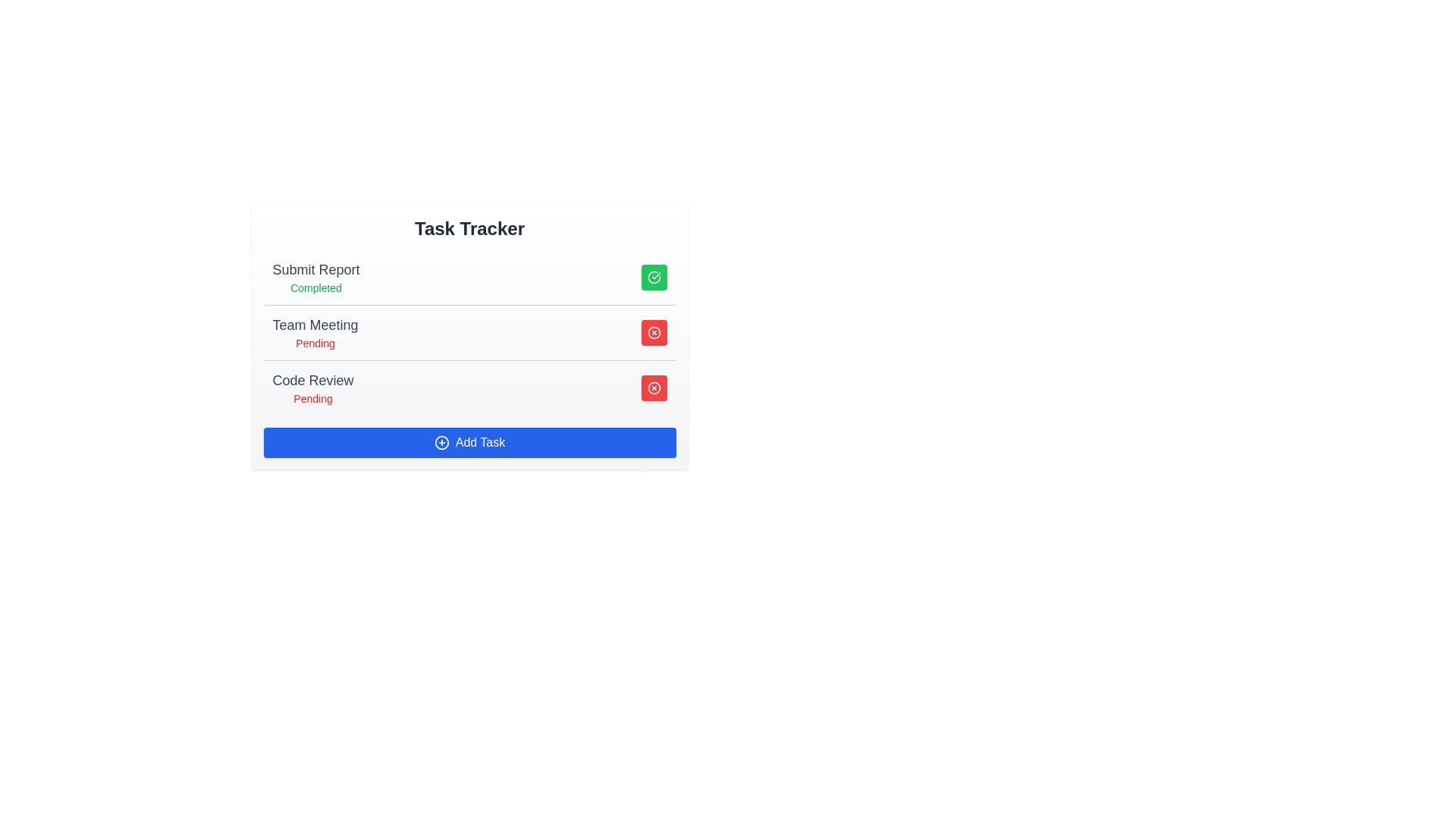 The height and width of the screenshot is (819, 1456). Describe the element at coordinates (469, 387) in the screenshot. I see `task name 'Code Review' and its status 'Pending' from the third task entry in the Task Tracker section, which has a light background and includes a red button with an 'X' icon` at that location.